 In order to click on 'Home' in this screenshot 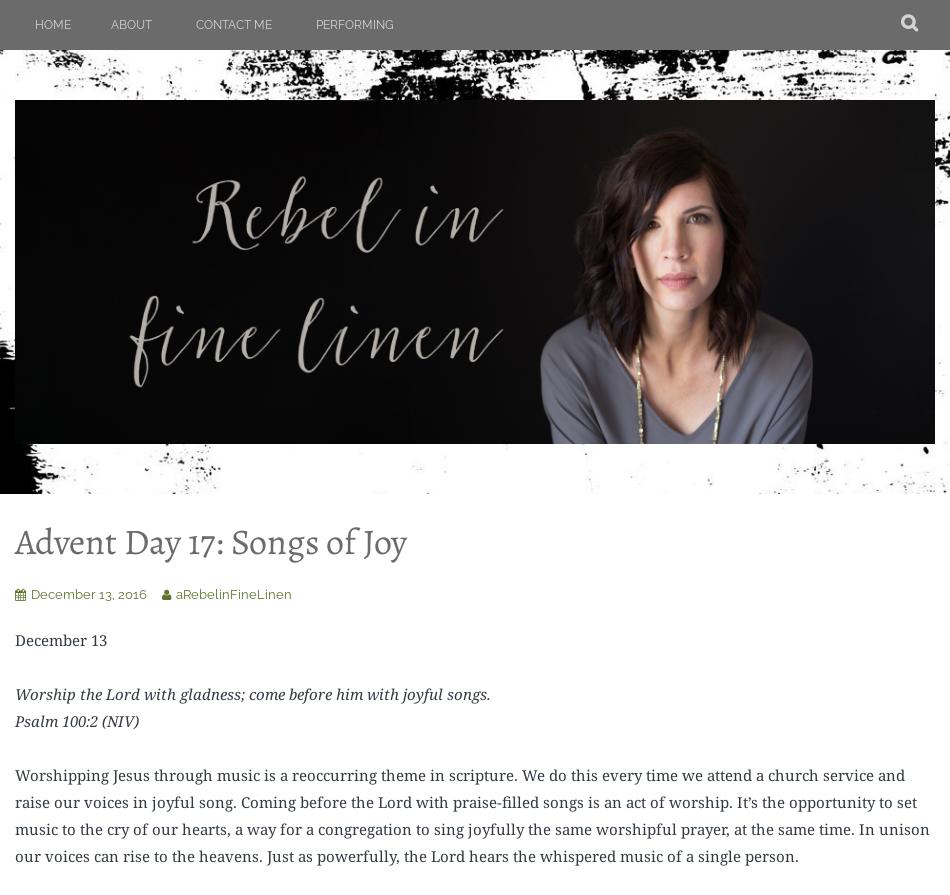, I will do `click(53, 24)`.